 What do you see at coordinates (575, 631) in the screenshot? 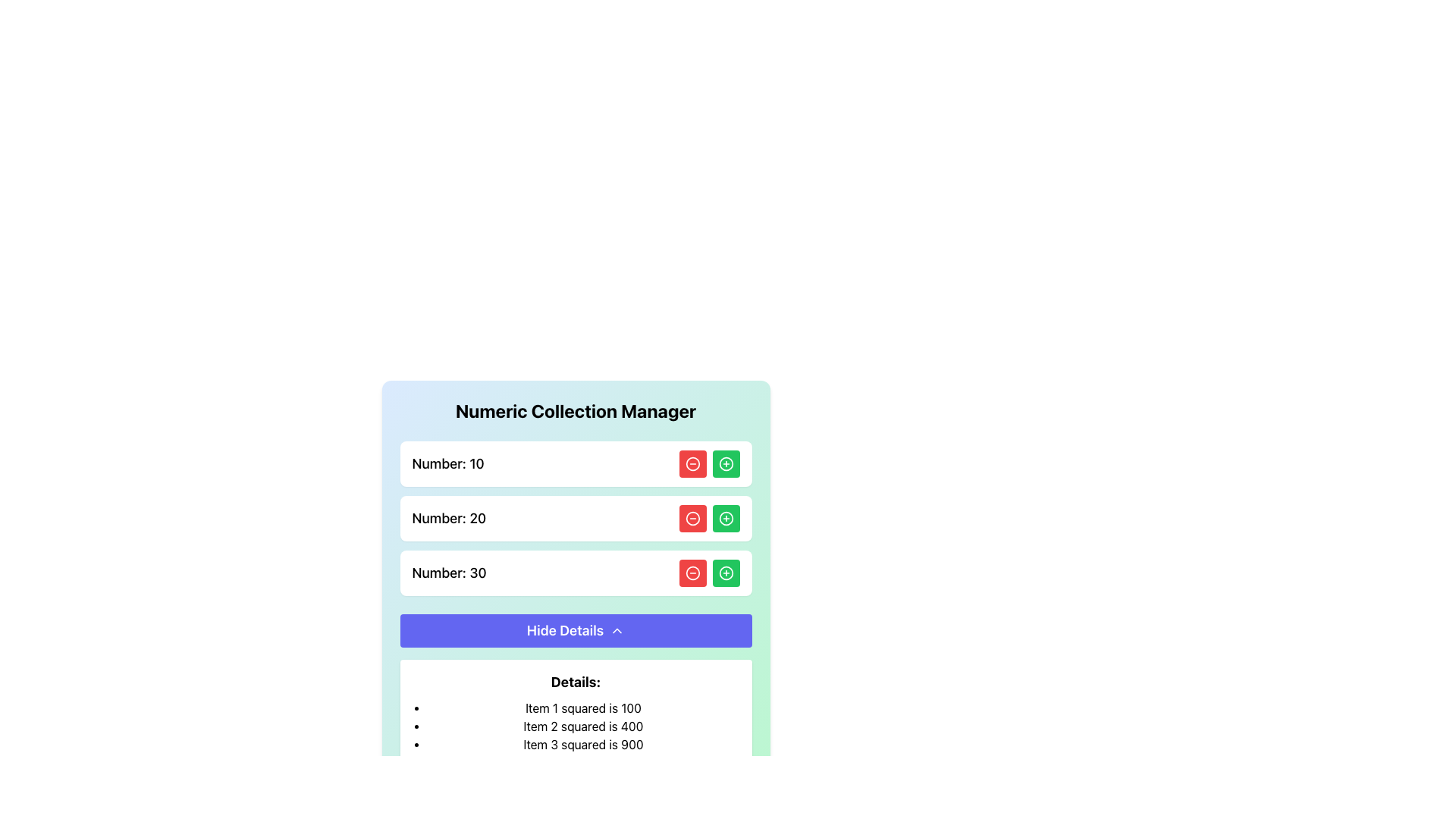
I see `the button that toggles the visibility of the detailed information section located centrally below a list of numbered items (10, 20, 30)` at bounding box center [575, 631].